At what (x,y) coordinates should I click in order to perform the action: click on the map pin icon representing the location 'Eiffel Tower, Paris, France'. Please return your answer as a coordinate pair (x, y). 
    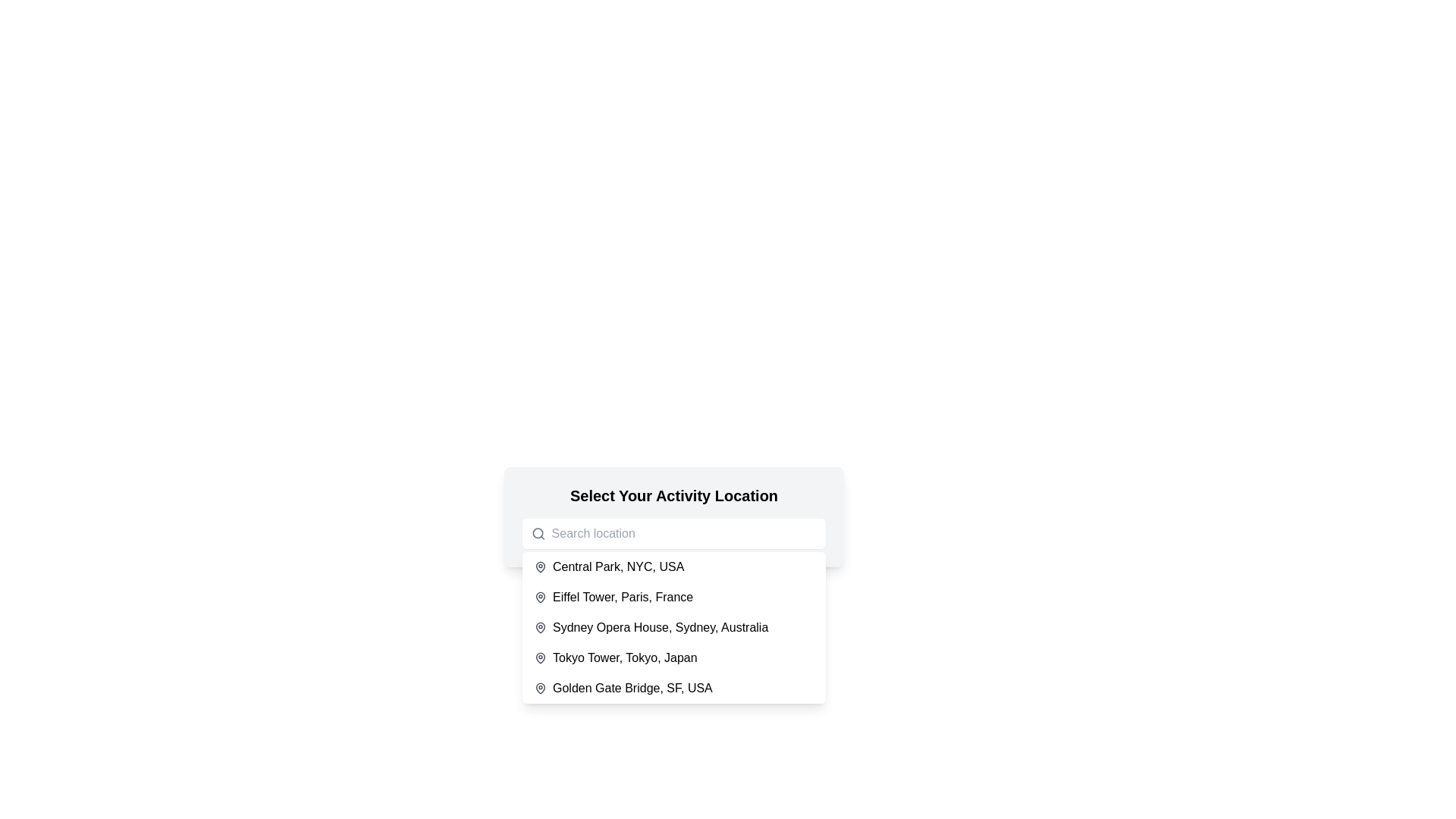
    Looking at the image, I should click on (541, 595).